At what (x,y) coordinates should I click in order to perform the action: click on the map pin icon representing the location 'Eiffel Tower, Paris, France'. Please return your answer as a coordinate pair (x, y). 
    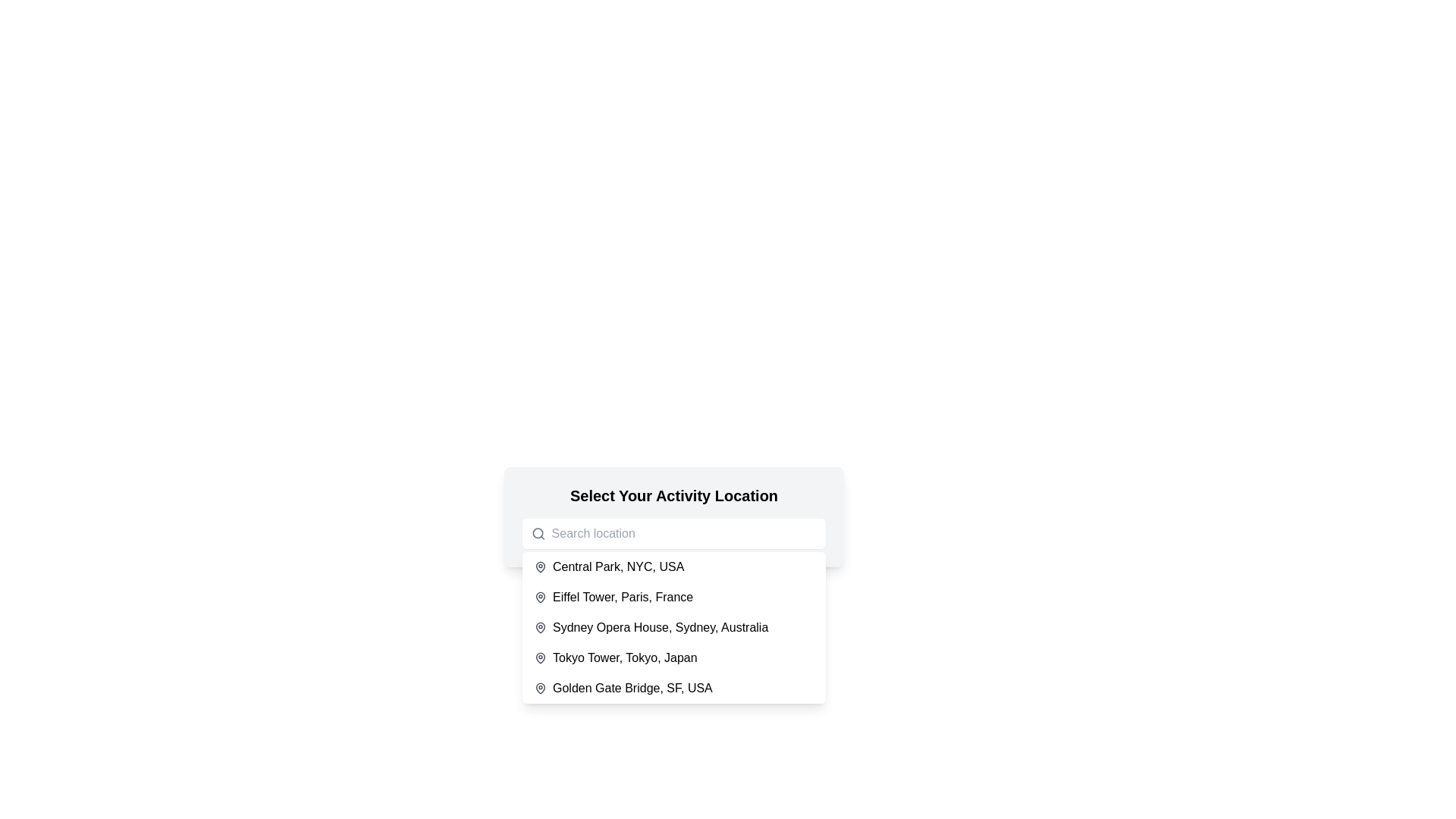
    Looking at the image, I should click on (541, 595).